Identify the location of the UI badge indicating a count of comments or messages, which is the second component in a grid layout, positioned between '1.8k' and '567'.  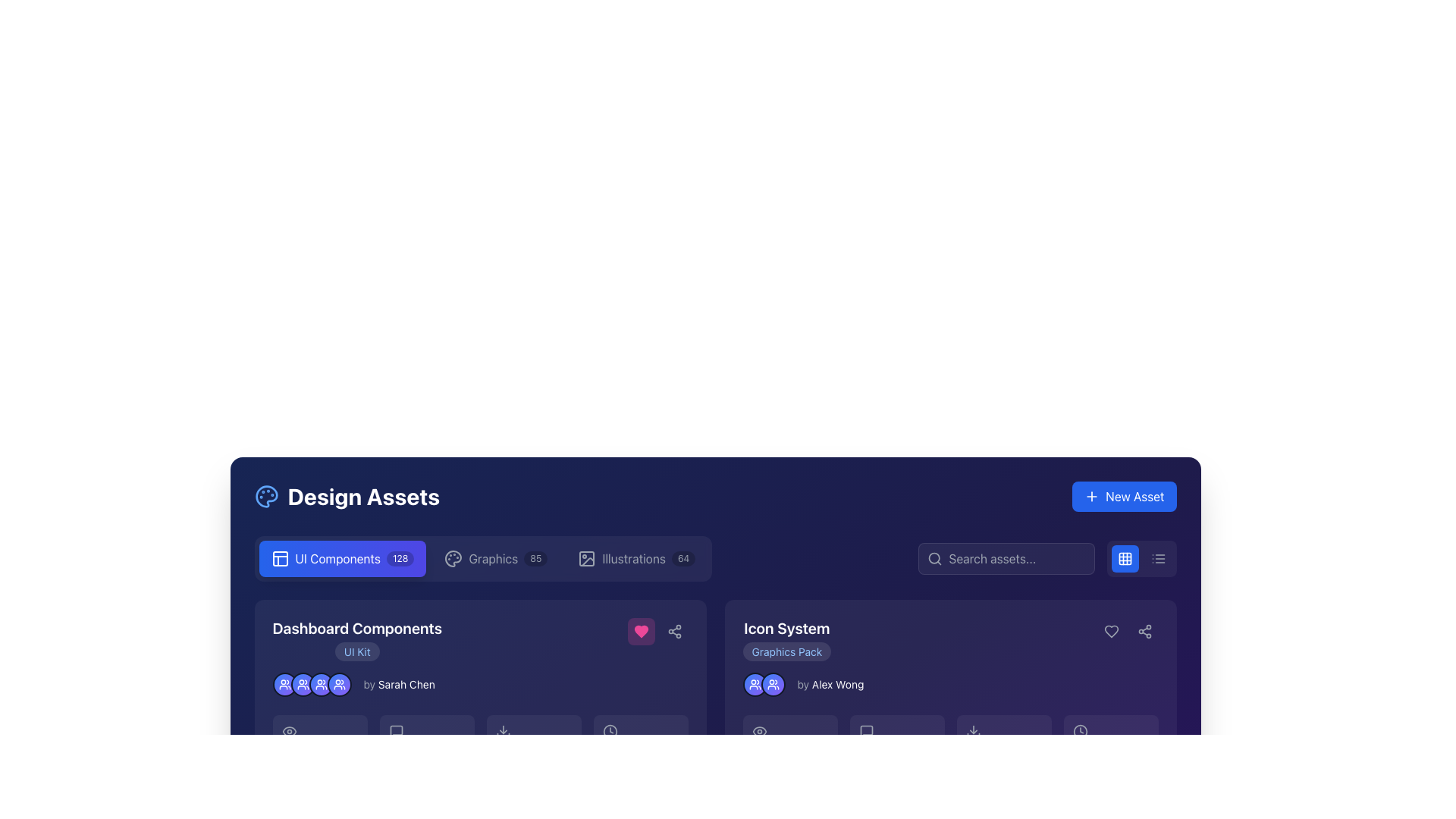
(896, 742).